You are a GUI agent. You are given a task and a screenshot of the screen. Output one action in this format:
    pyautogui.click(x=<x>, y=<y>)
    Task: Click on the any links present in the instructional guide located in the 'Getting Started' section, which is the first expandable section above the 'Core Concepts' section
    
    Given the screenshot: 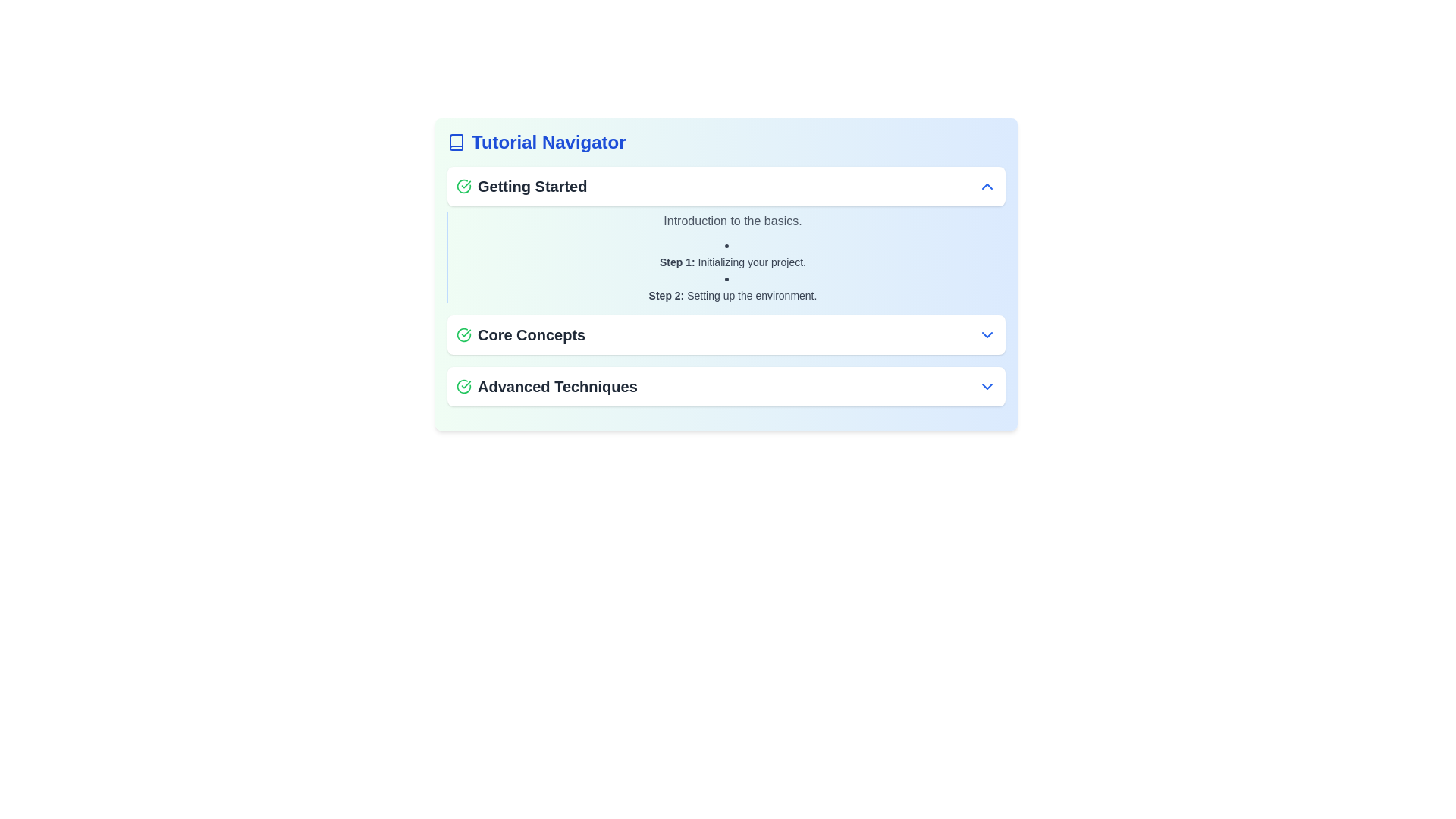 What is the action you would take?
    pyautogui.click(x=726, y=234)
    